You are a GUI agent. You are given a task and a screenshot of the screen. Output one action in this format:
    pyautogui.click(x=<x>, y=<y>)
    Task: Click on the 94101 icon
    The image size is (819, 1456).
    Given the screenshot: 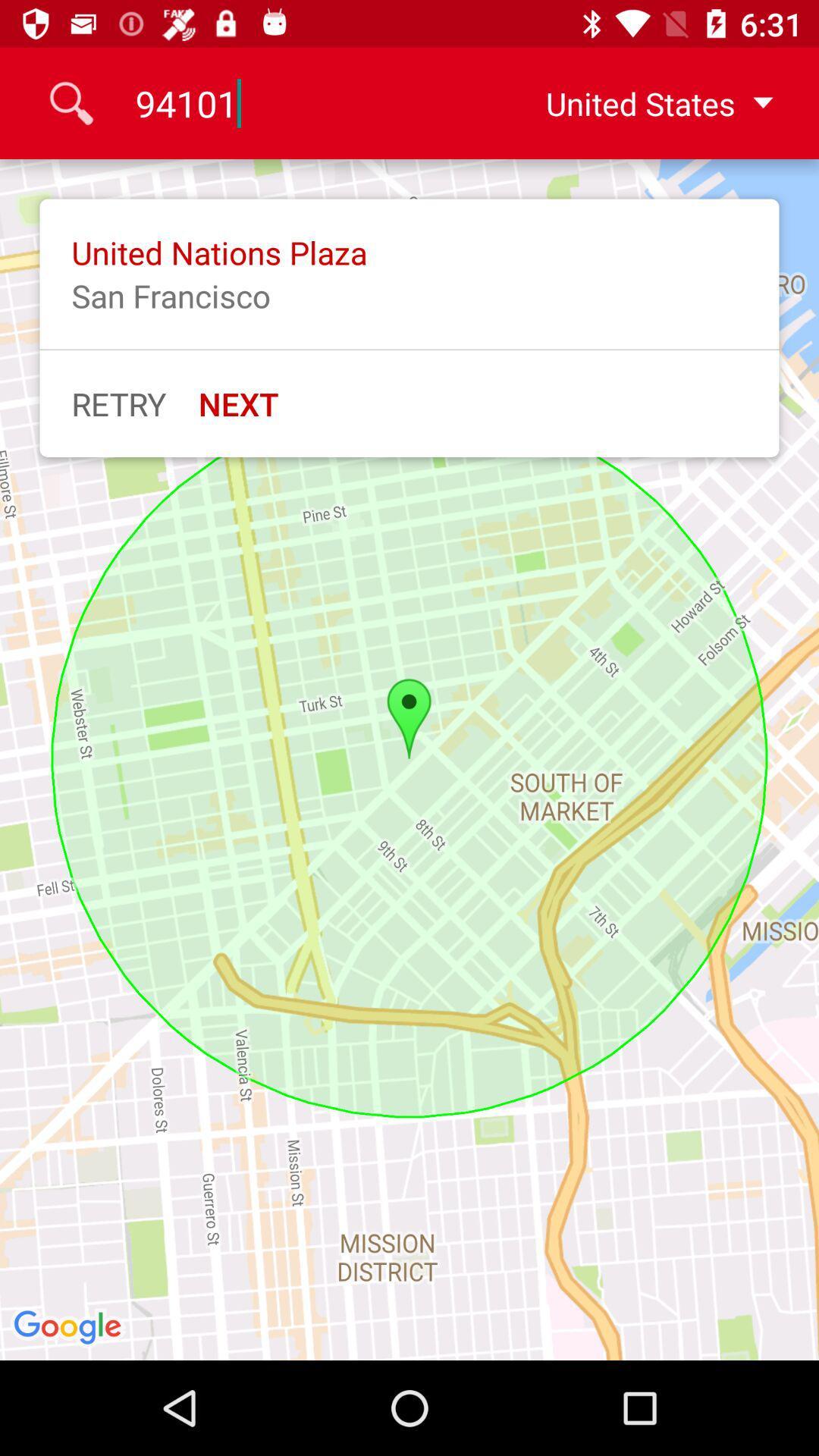 What is the action you would take?
    pyautogui.click(x=309, y=102)
    